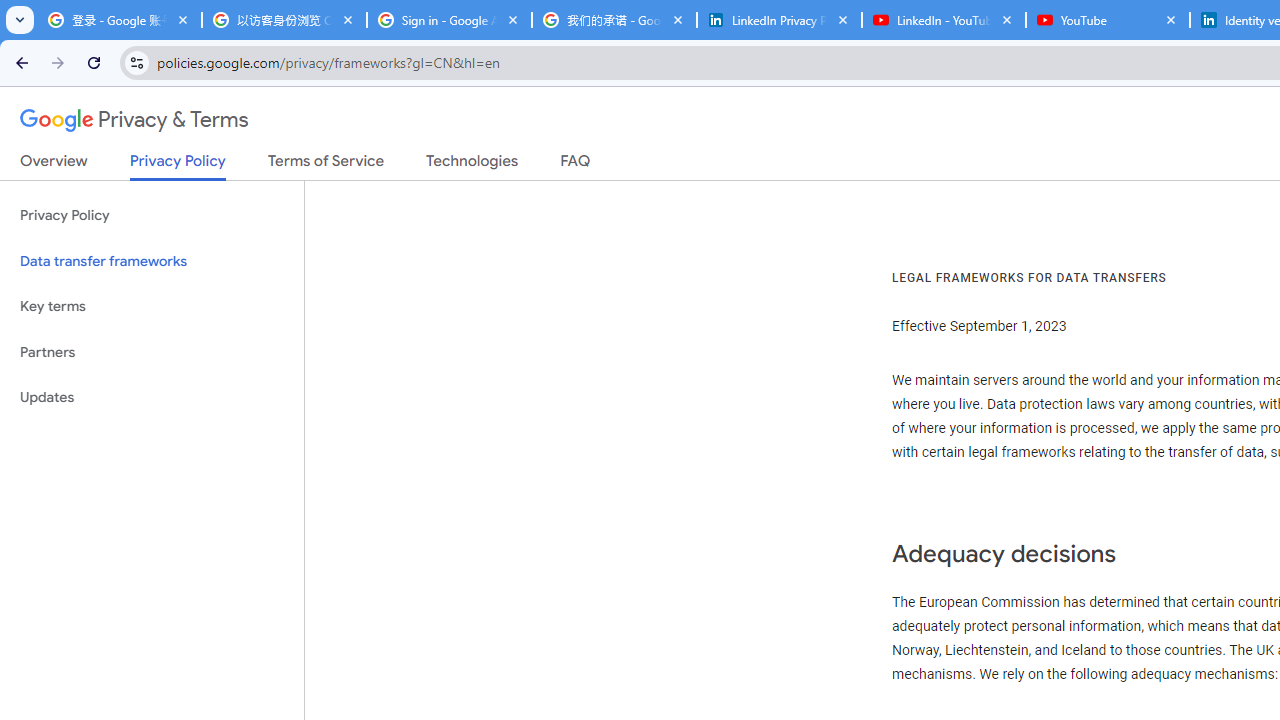 The image size is (1280, 720). What do you see at coordinates (448, 20) in the screenshot?
I see `'Sign in - Google Accounts'` at bounding box center [448, 20].